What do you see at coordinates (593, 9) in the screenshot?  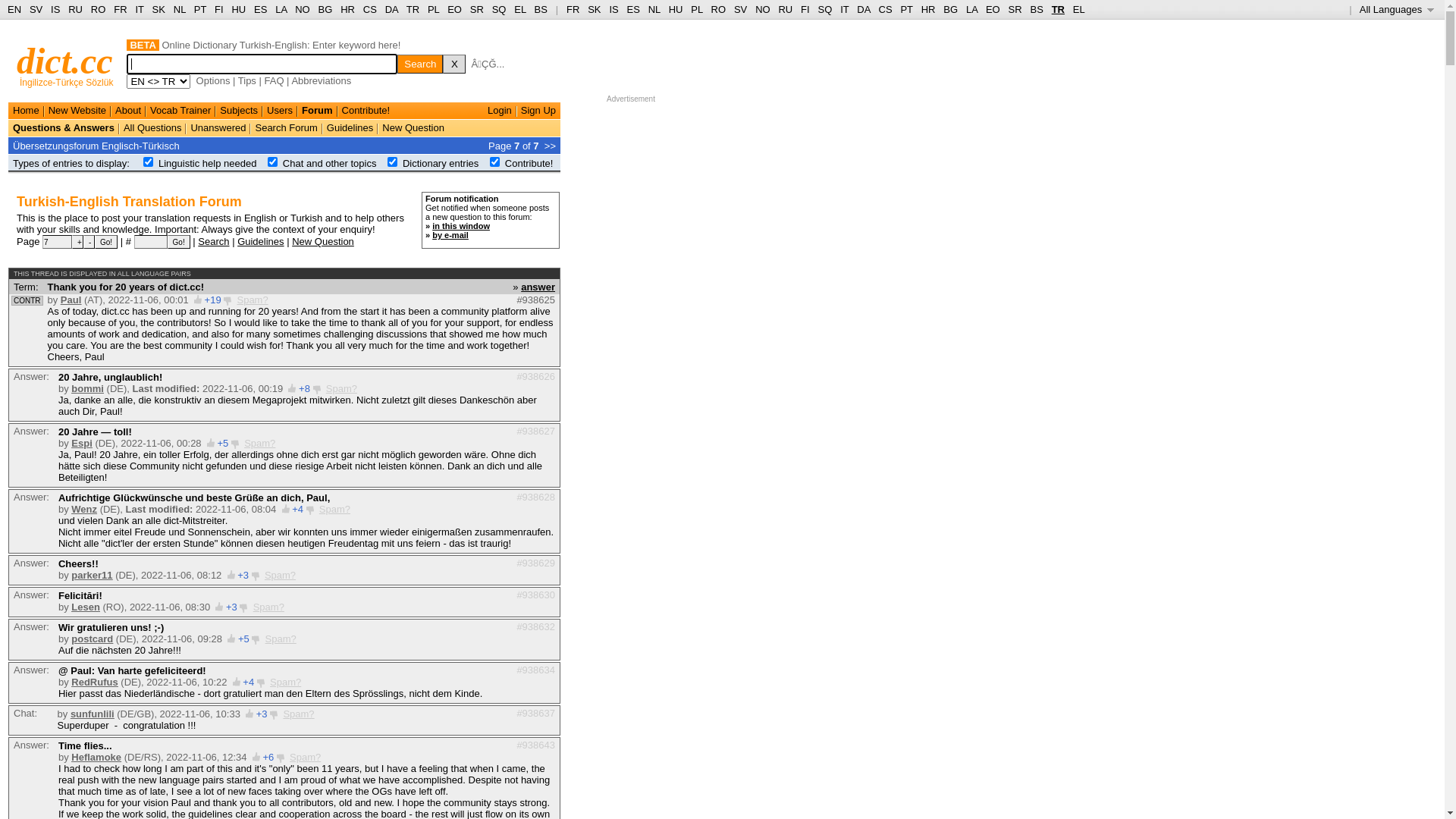 I see `'SK'` at bounding box center [593, 9].